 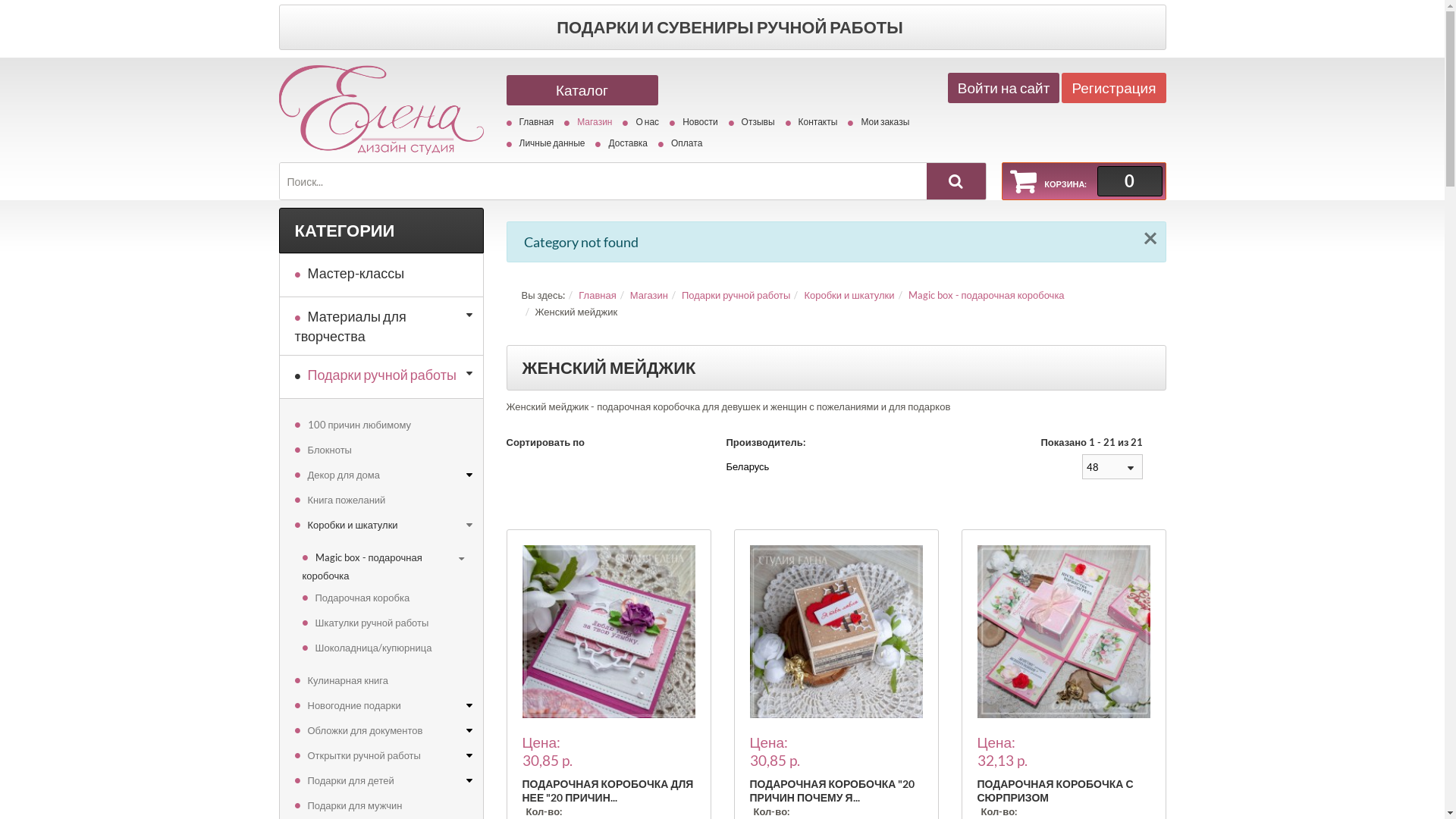 I want to click on '0', so click(x=1128, y=180).